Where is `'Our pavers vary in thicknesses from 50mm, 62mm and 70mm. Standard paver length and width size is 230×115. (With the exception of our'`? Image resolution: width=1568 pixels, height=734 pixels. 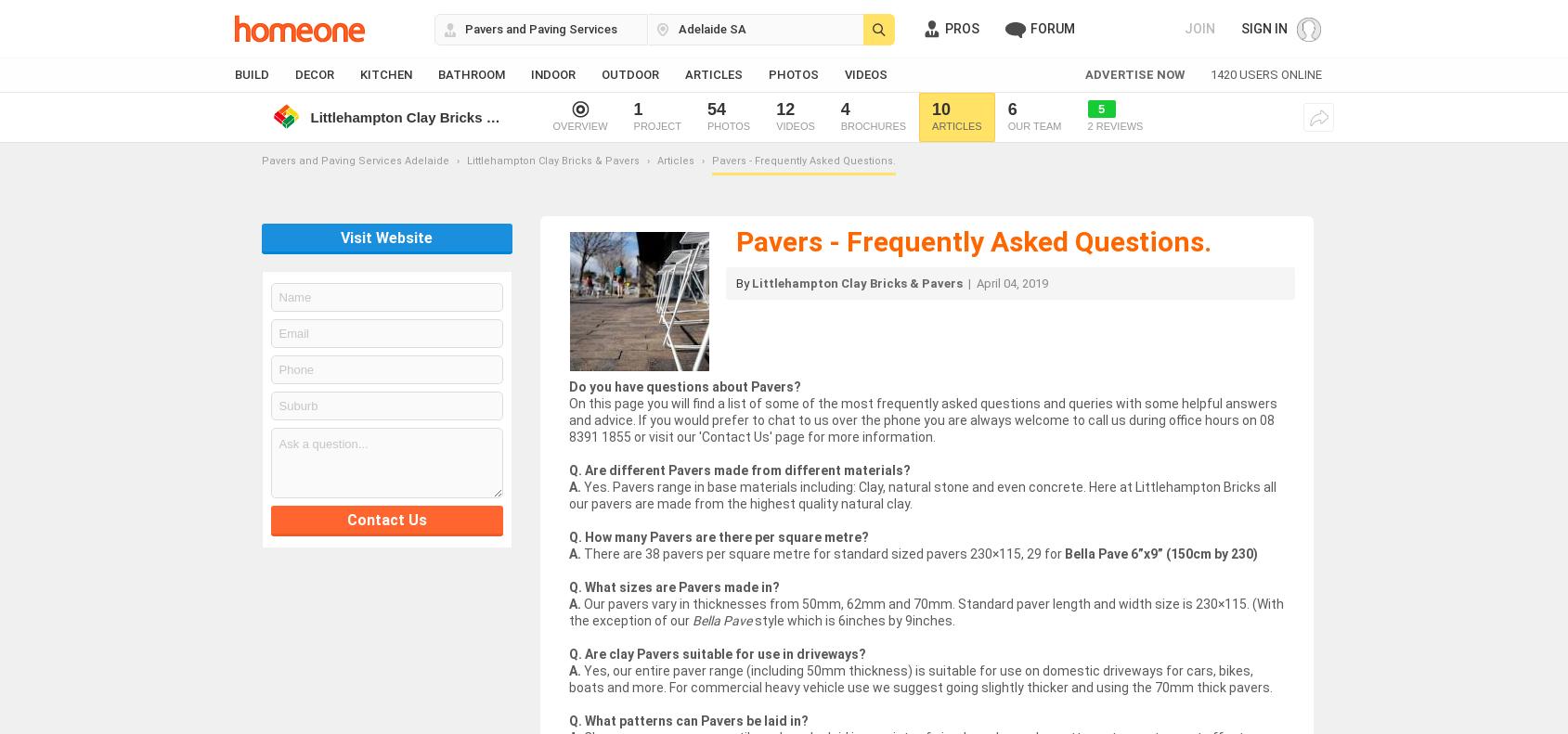 'Our pavers vary in thicknesses from 50mm, 62mm and 70mm. Standard paver length and width size is 230×115. (With the exception of our' is located at coordinates (925, 612).